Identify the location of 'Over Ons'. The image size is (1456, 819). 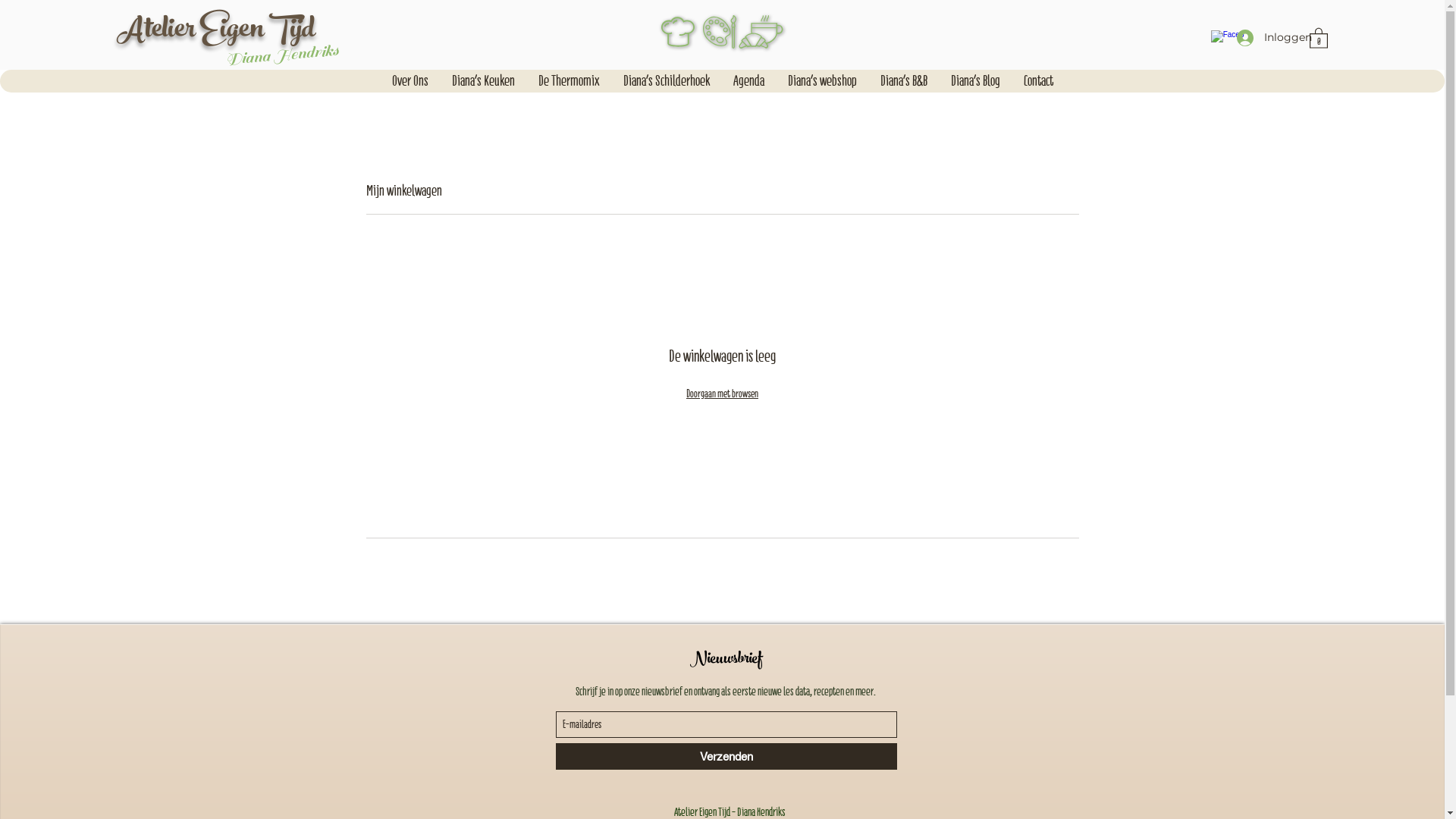
(409, 81).